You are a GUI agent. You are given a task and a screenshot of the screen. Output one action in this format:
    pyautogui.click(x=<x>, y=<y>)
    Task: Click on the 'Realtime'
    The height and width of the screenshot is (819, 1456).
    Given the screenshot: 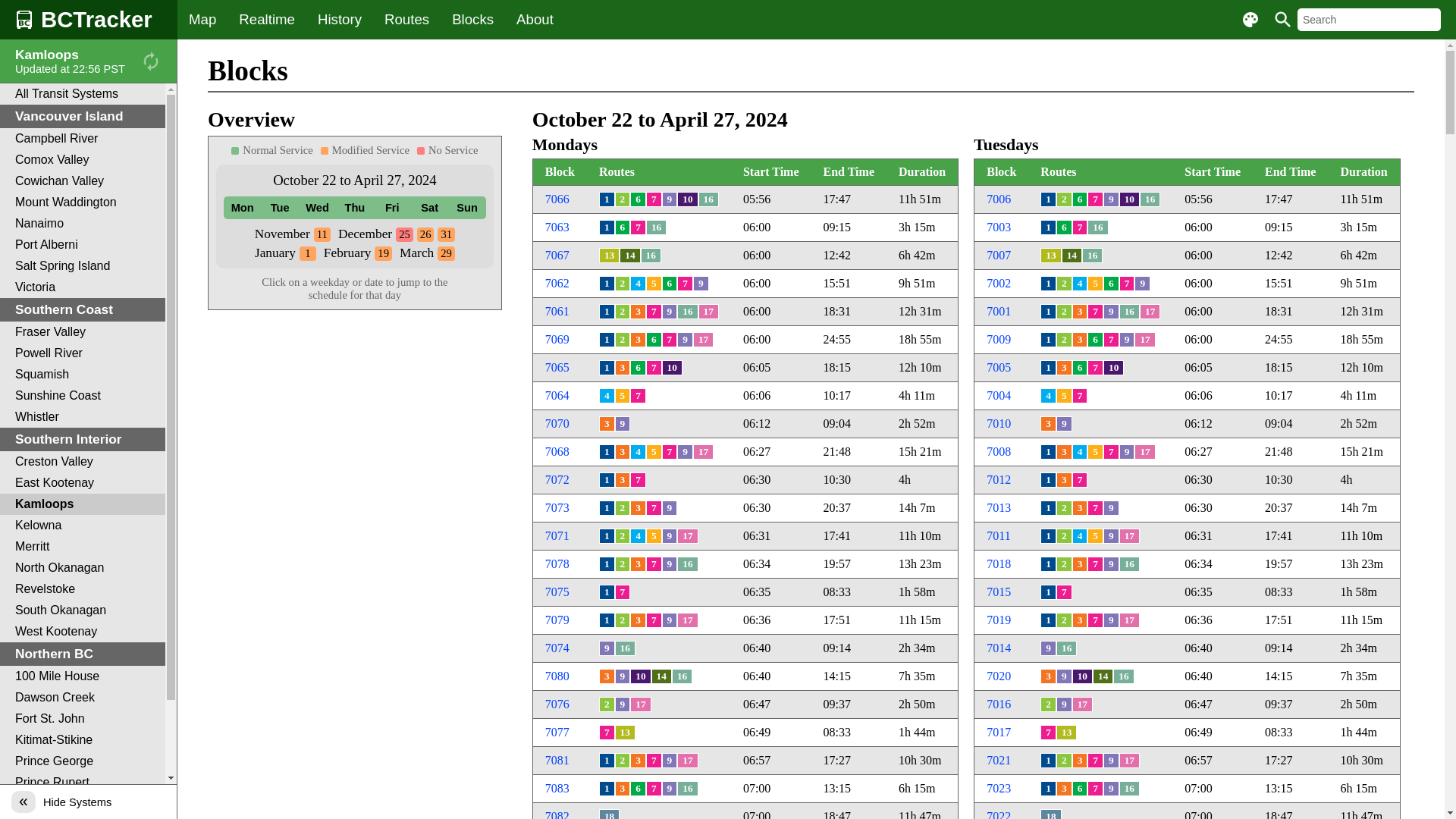 What is the action you would take?
    pyautogui.click(x=266, y=20)
    